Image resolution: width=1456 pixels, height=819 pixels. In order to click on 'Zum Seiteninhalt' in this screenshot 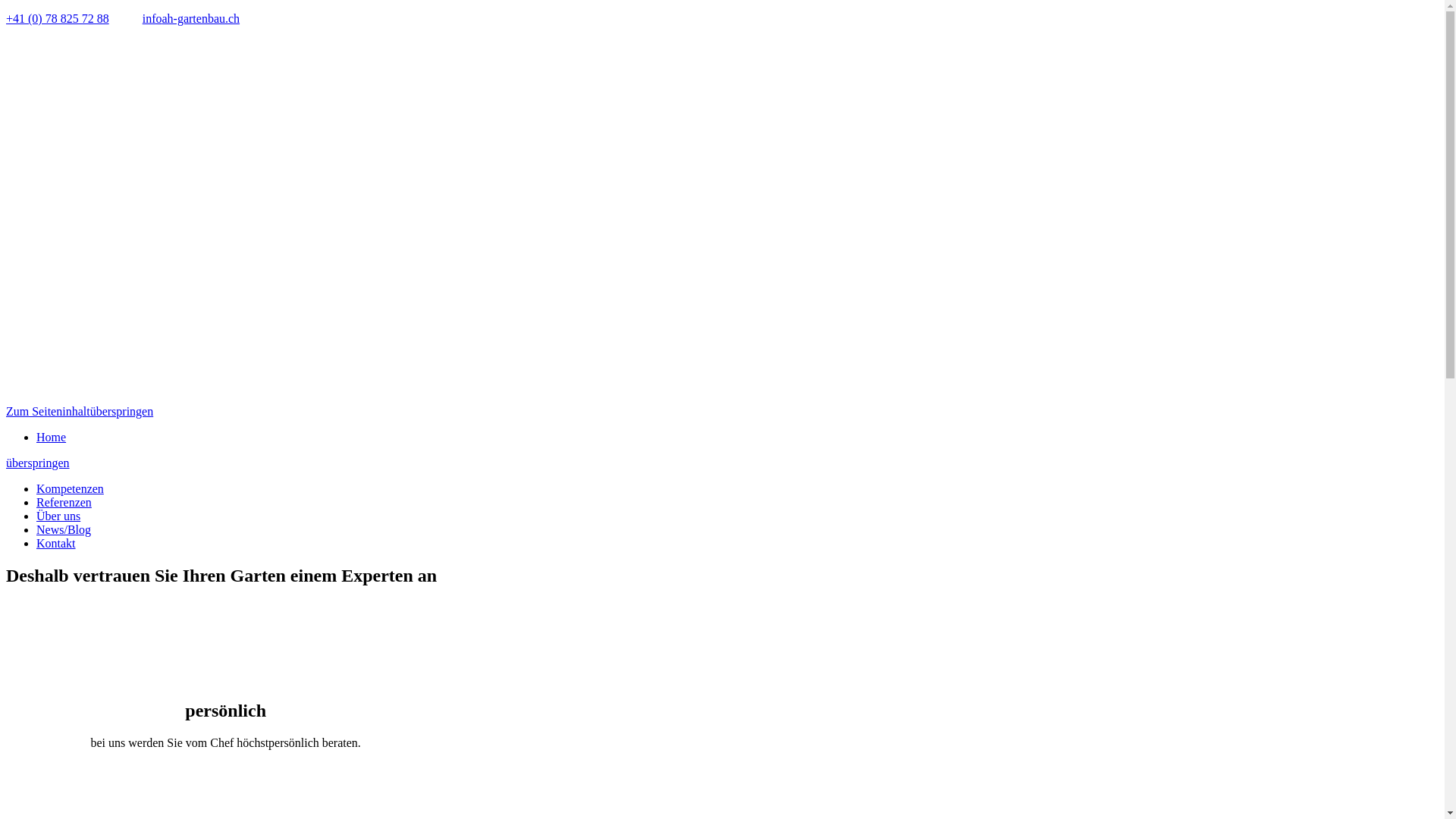, I will do `click(48, 411)`.